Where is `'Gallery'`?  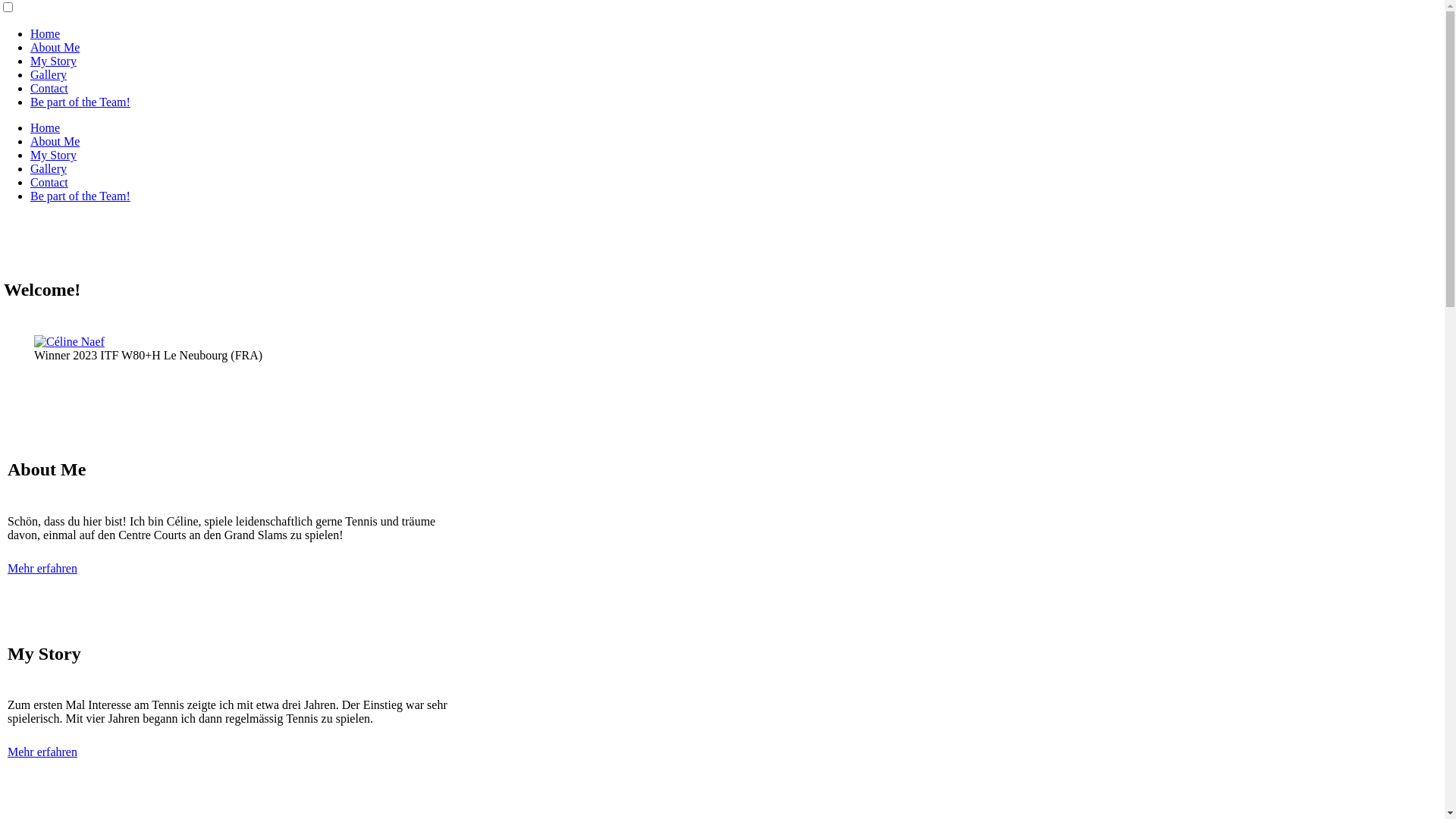 'Gallery' is located at coordinates (48, 74).